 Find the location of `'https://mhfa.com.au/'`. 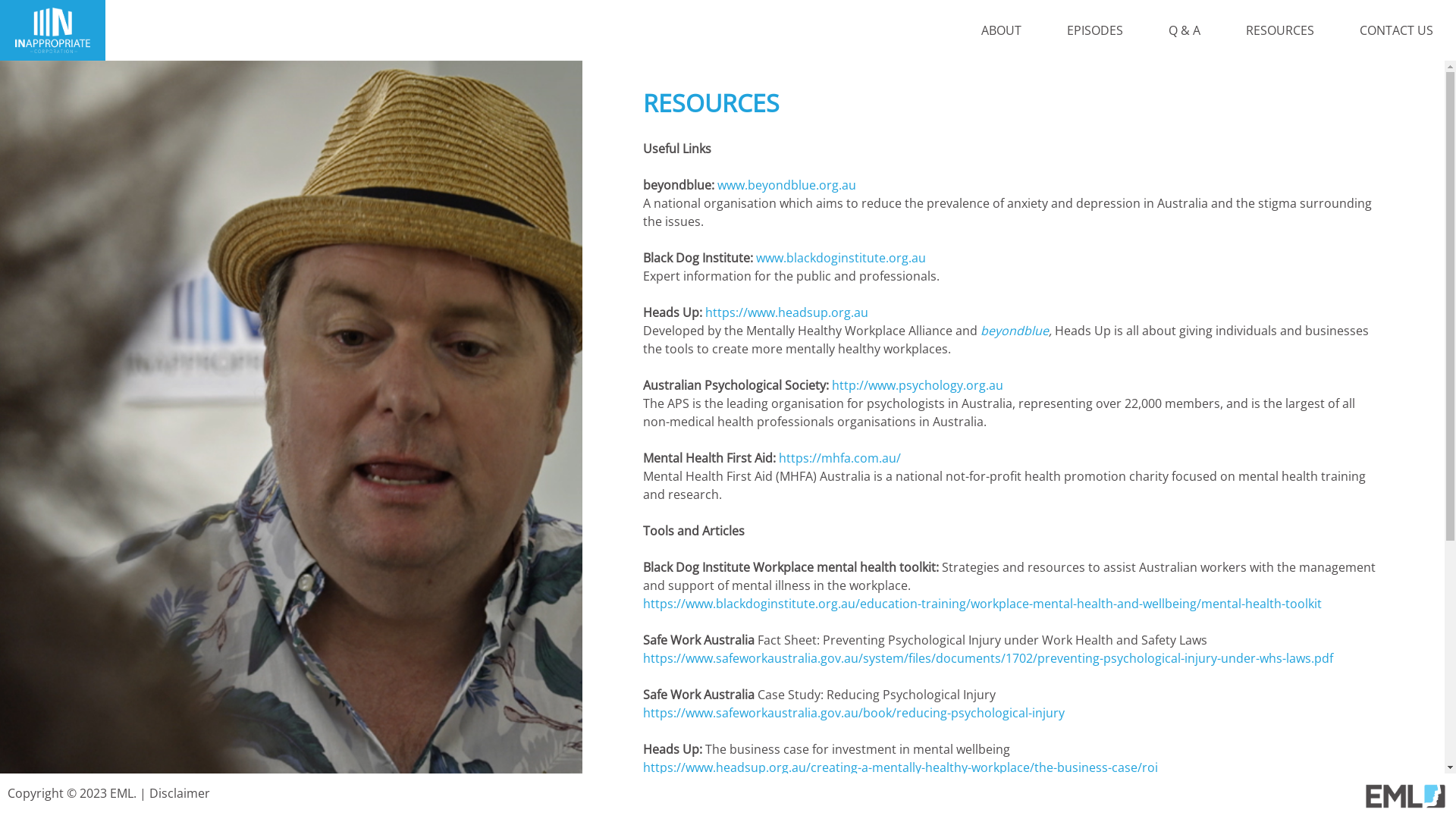

'https://mhfa.com.au/' is located at coordinates (839, 457).